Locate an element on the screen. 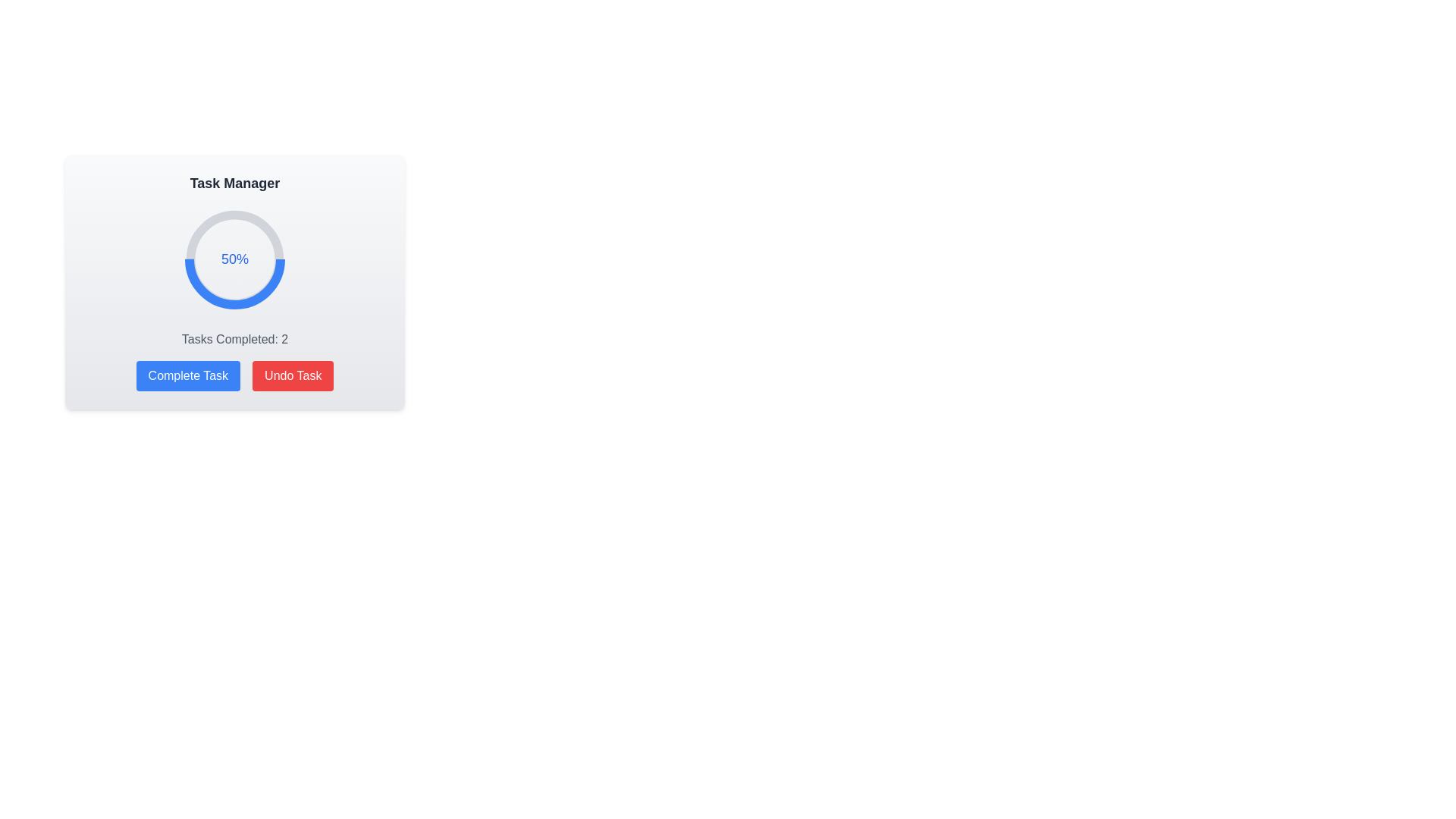 The height and width of the screenshot is (819, 1456). the Text Label that serves as the header or title of the panel, indicating the main subject of the section below it is located at coordinates (234, 183).